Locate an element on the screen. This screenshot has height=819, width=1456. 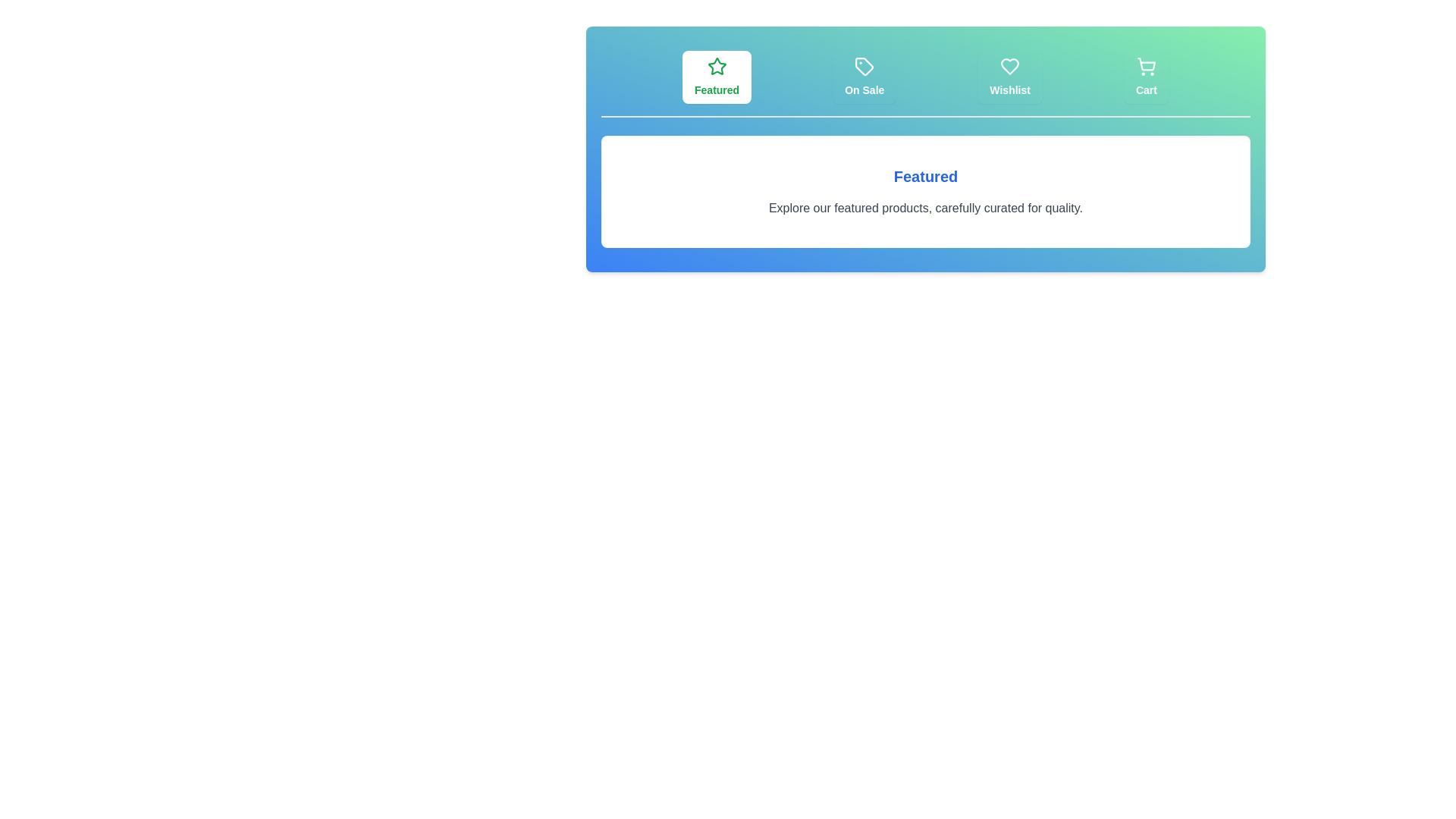
the tab labeled Wishlist to observe its hover effect is located at coordinates (1009, 77).